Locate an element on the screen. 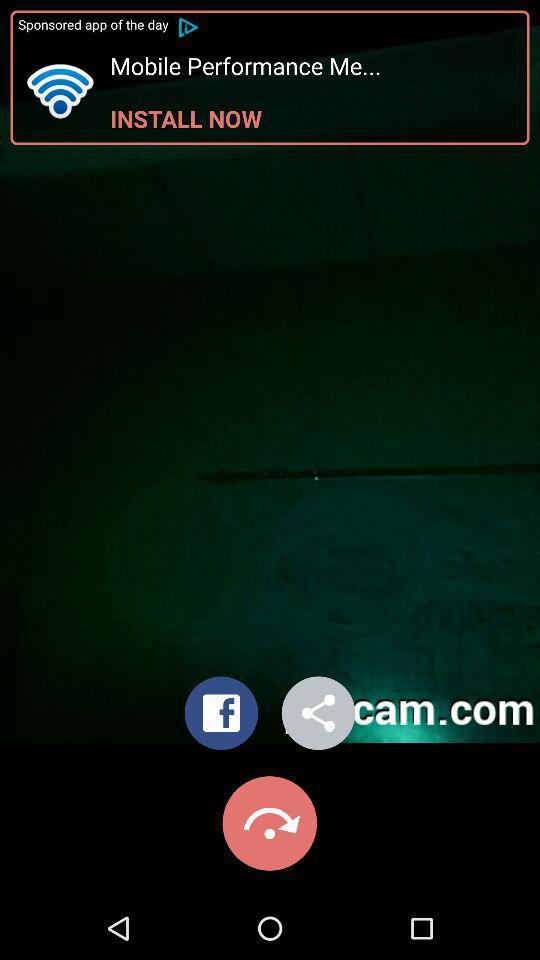 The height and width of the screenshot is (960, 540). the share icon is located at coordinates (318, 717).